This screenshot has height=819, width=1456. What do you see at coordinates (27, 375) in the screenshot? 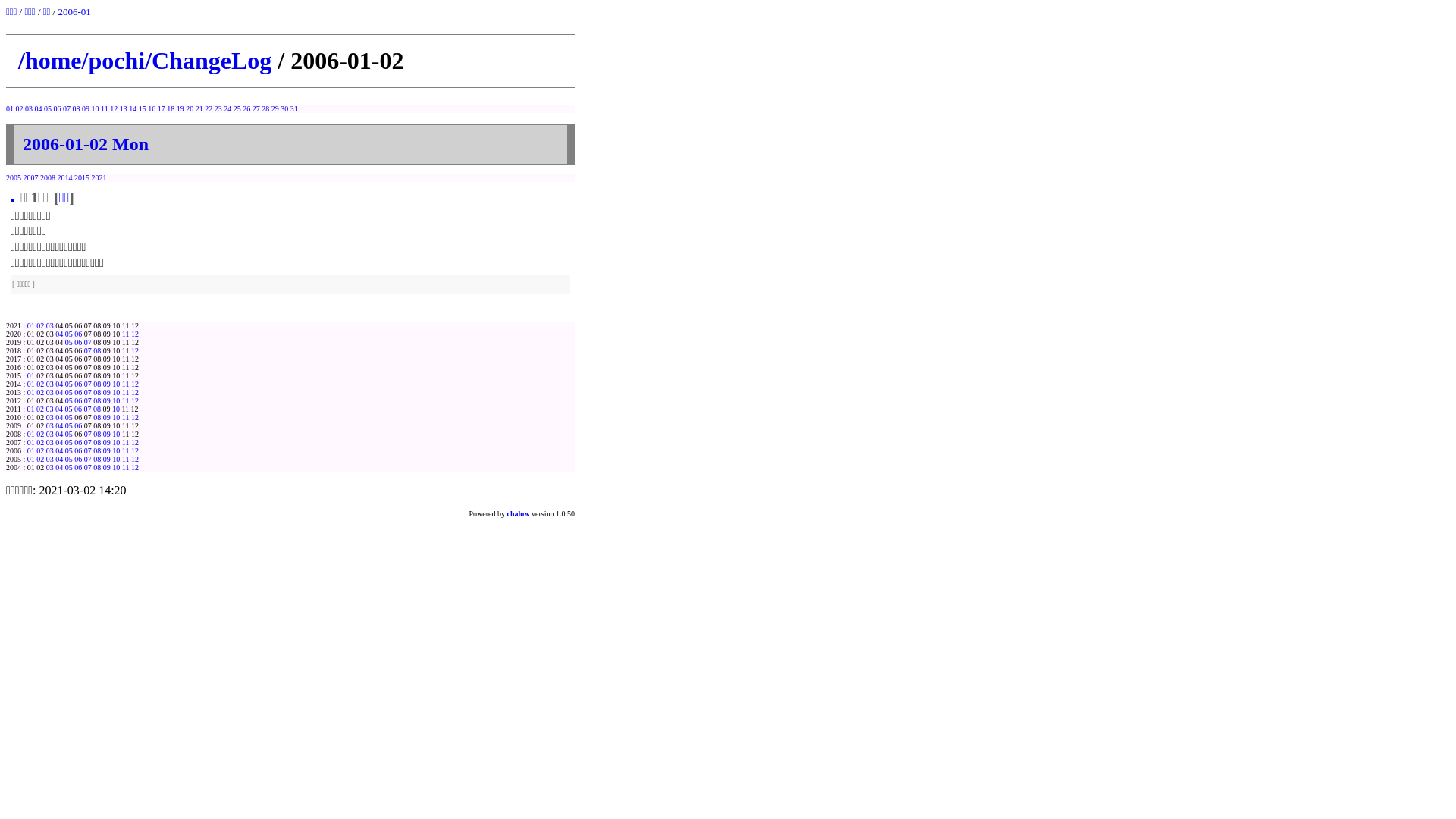
I see `'01'` at bounding box center [27, 375].